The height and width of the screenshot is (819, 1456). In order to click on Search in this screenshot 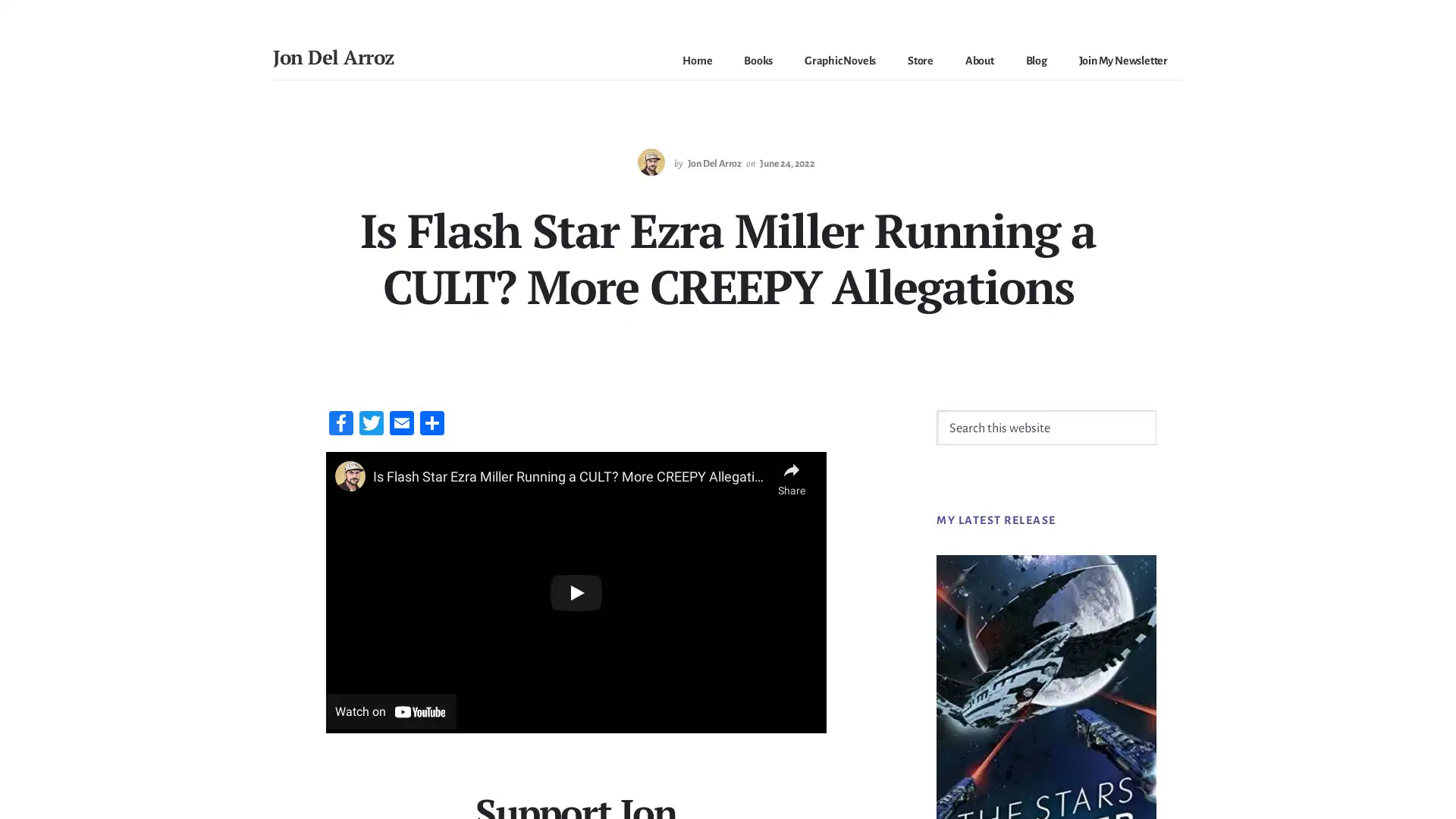, I will do `click(1155, 408)`.